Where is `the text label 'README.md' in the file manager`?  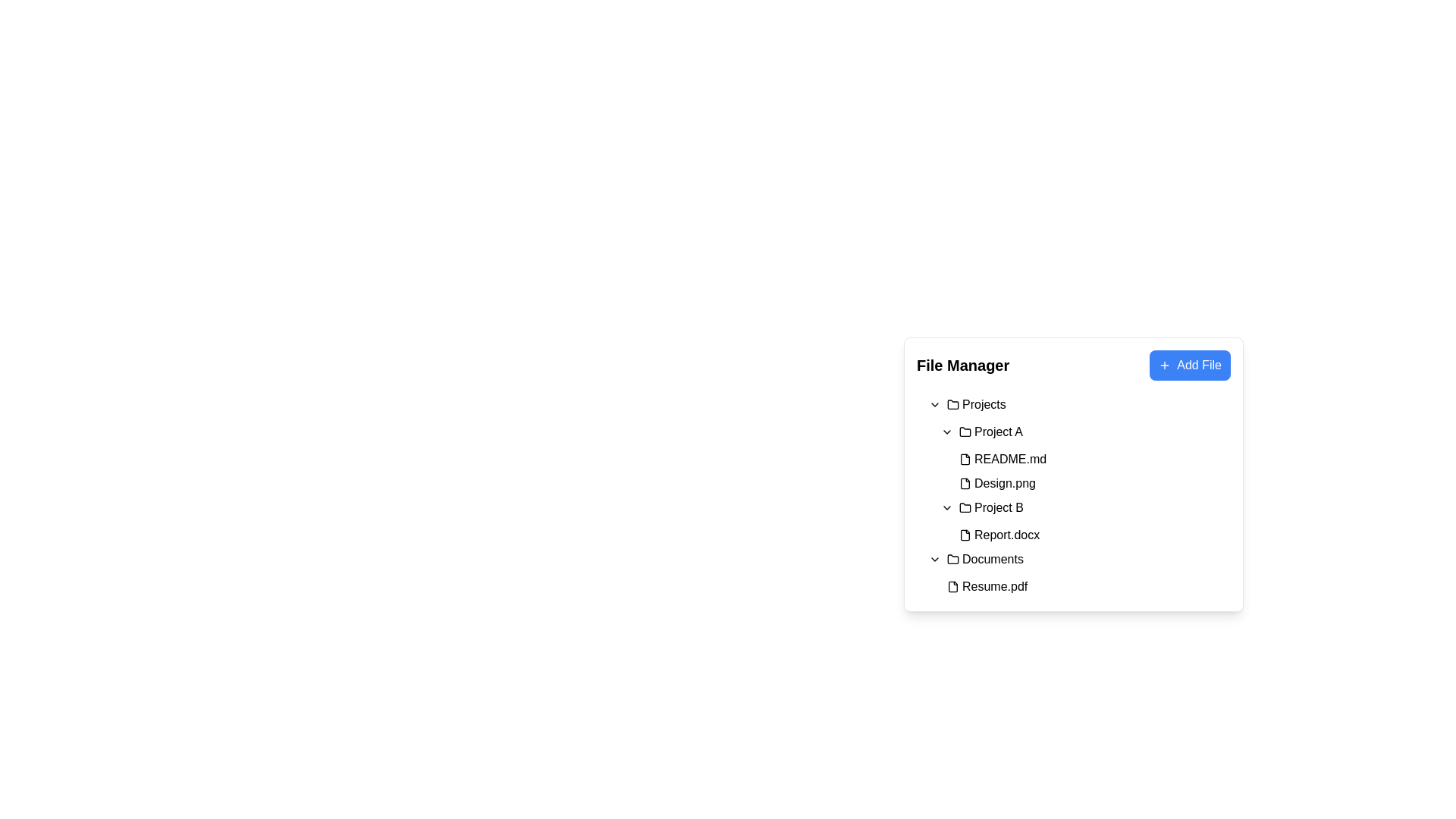 the text label 'README.md' in the file manager is located at coordinates (1010, 458).